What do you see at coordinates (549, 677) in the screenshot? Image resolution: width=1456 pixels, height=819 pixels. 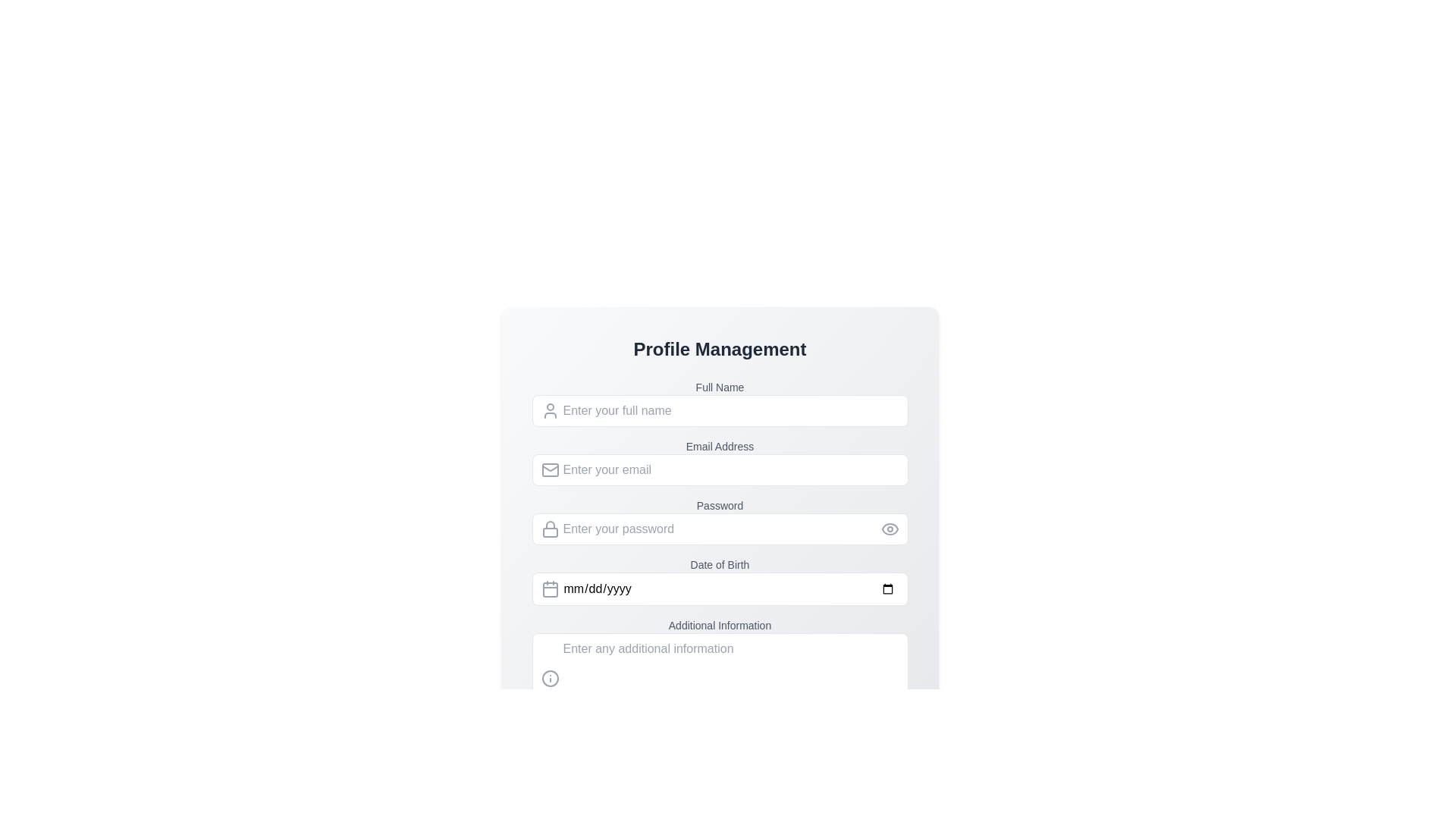 I see `the gray circular Informational Icon located in the 'Additional Information' section` at bounding box center [549, 677].